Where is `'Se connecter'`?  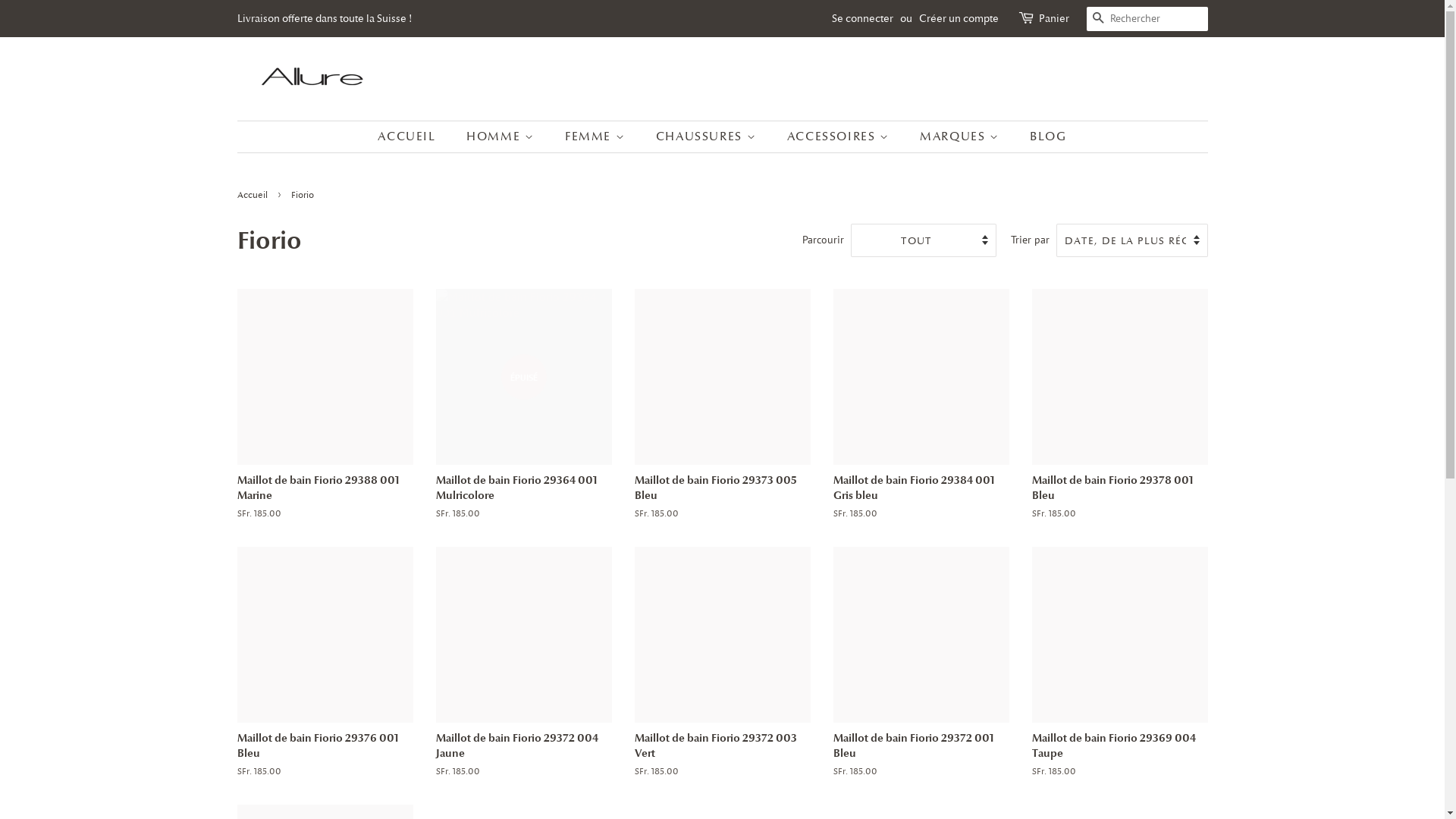
'Se connecter' is located at coordinates (861, 17).